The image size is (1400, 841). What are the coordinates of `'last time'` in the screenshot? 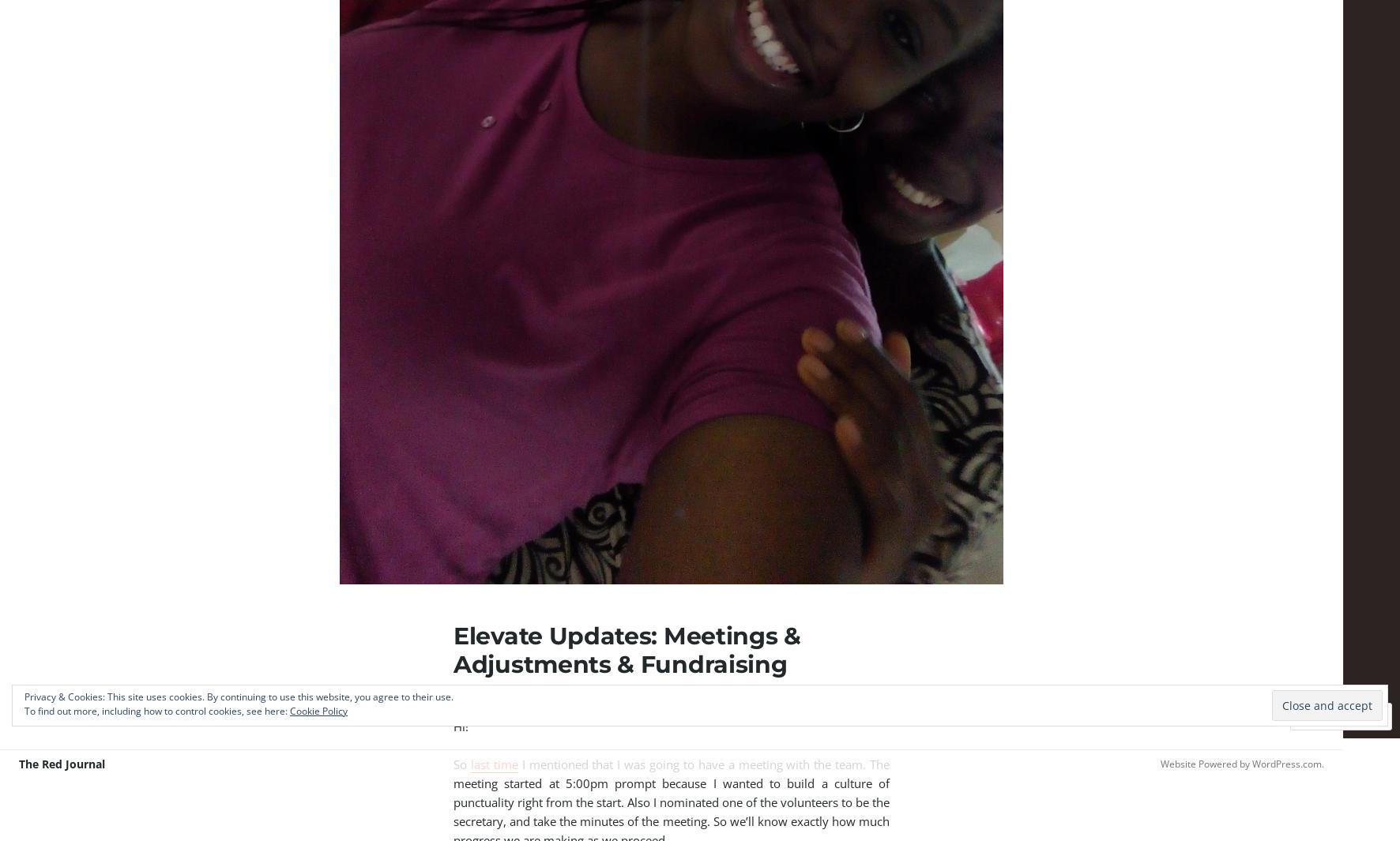 It's located at (493, 764).